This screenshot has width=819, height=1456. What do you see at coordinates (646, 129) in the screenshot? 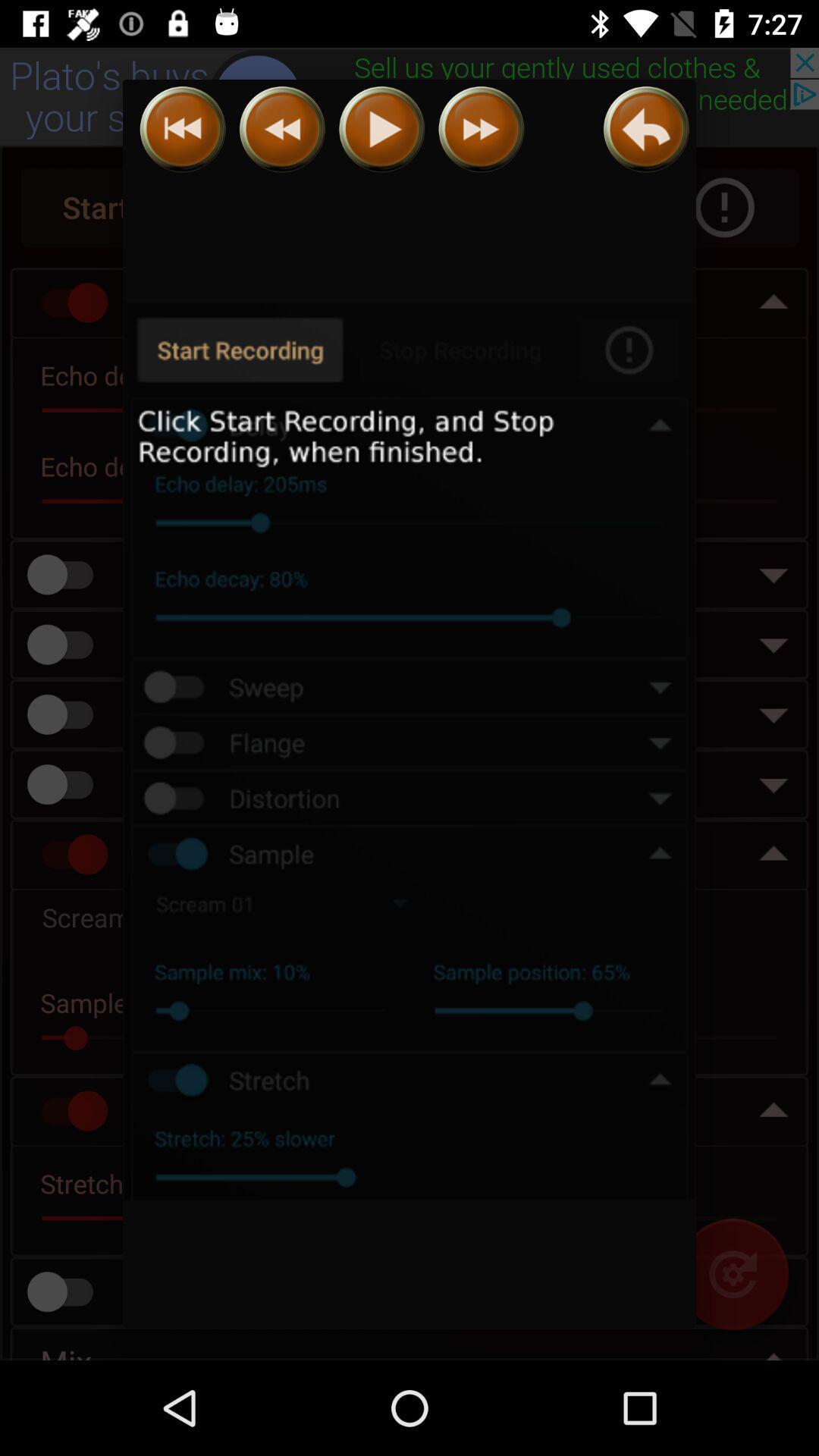
I see `go back` at bounding box center [646, 129].